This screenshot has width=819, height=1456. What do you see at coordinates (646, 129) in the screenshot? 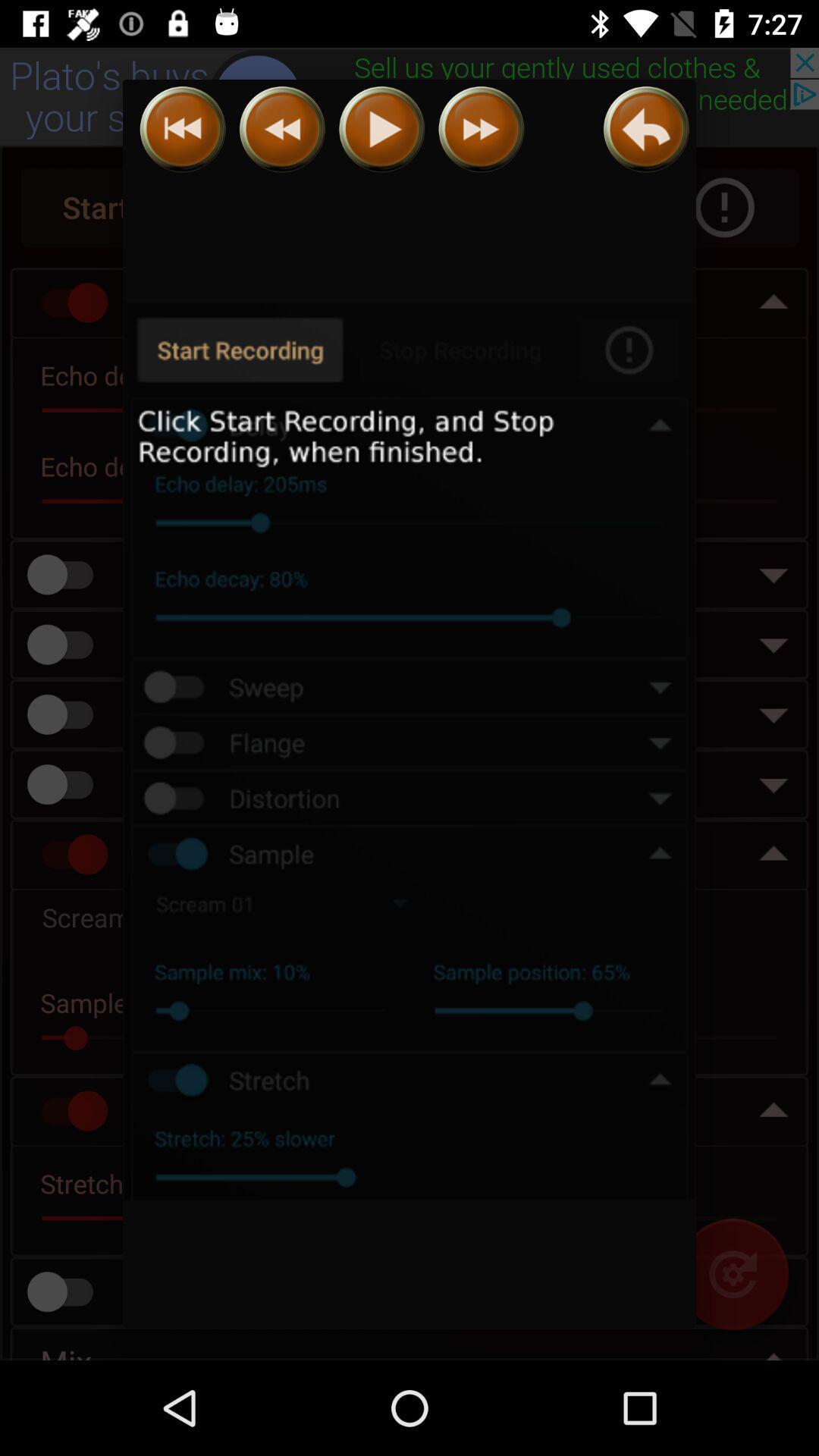
I see `go back` at bounding box center [646, 129].